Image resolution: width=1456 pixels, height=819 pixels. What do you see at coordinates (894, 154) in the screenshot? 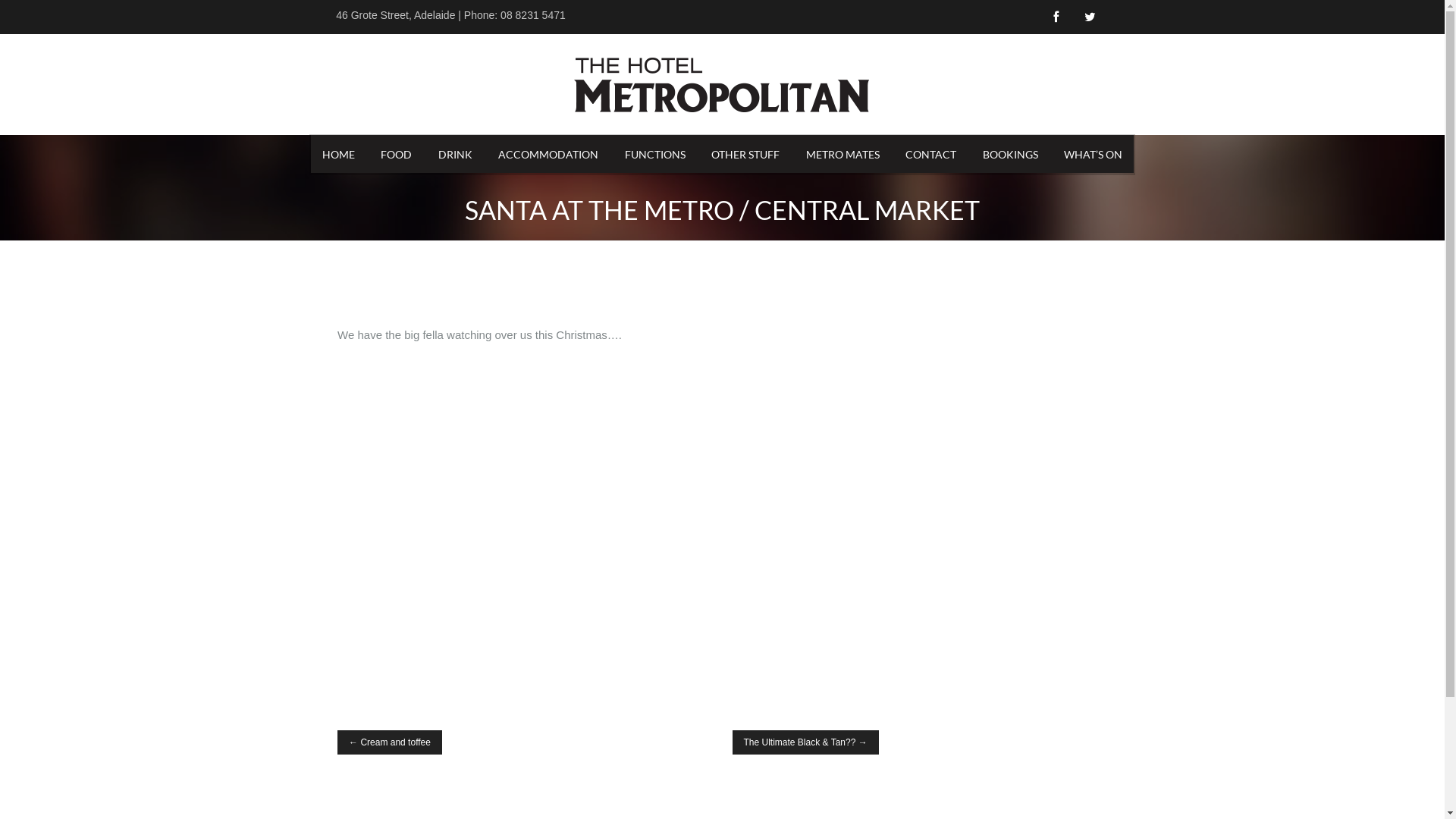
I see `'CONTACT'` at bounding box center [894, 154].